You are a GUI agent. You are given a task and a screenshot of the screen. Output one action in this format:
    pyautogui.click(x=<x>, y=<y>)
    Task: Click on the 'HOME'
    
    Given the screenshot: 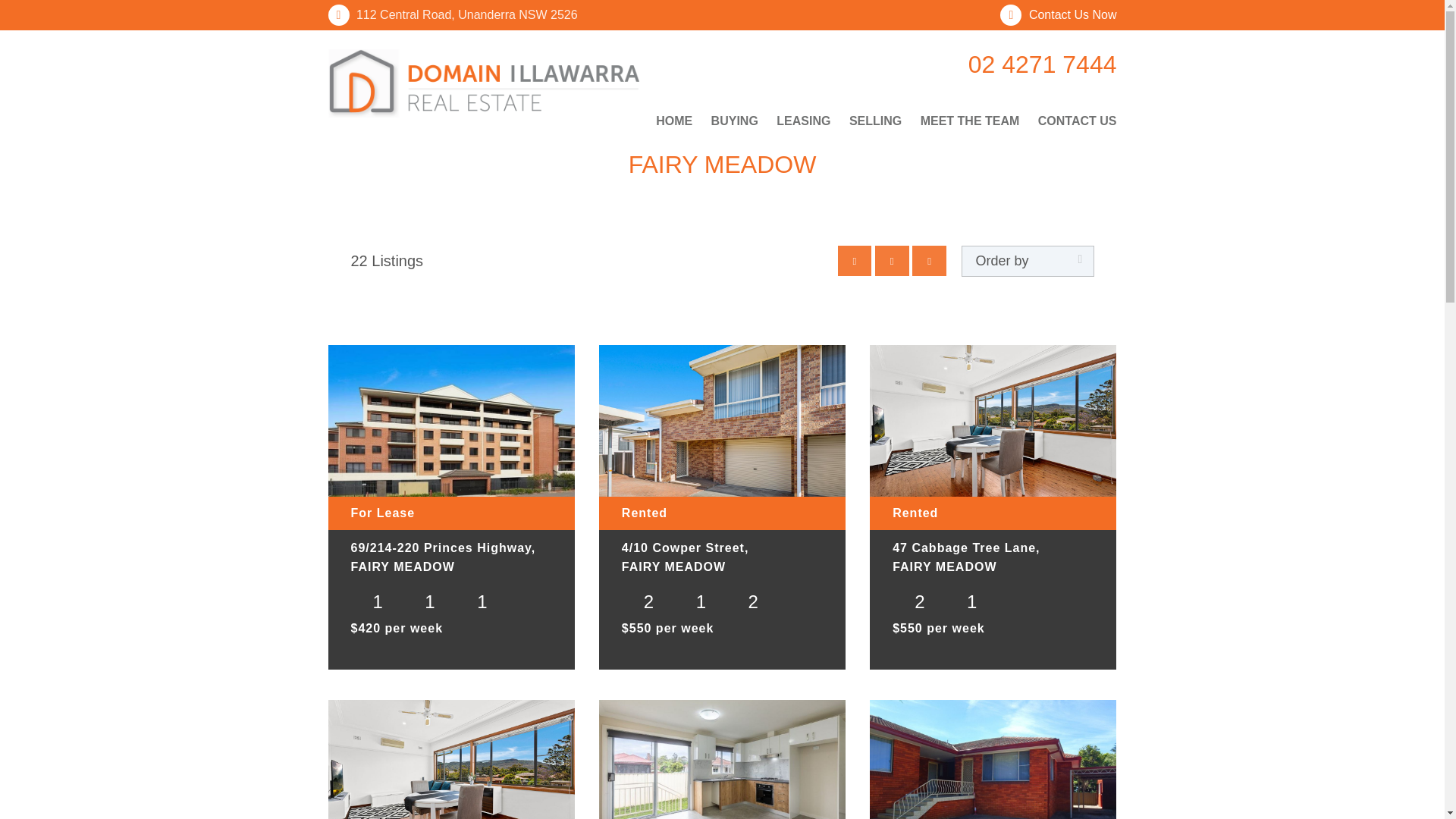 What is the action you would take?
    pyautogui.click(x=676, y=120)
    